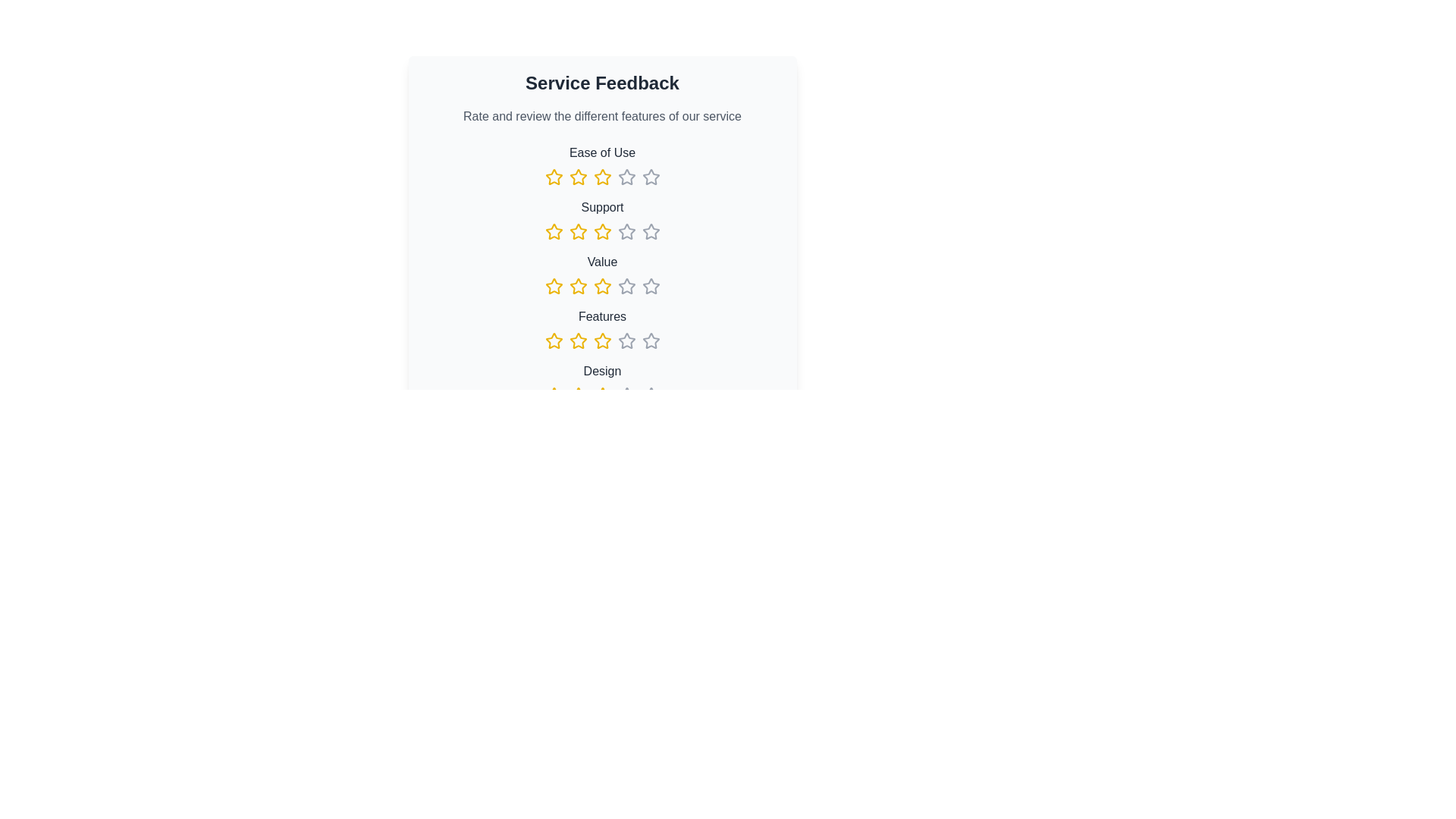 This screenshot has width=1456, height=819. I want to click on the star icons in the Rating interface component for 'Ease of Use' feedback located at the first position under the 'Service Feedback' heading, so click(601, 165).